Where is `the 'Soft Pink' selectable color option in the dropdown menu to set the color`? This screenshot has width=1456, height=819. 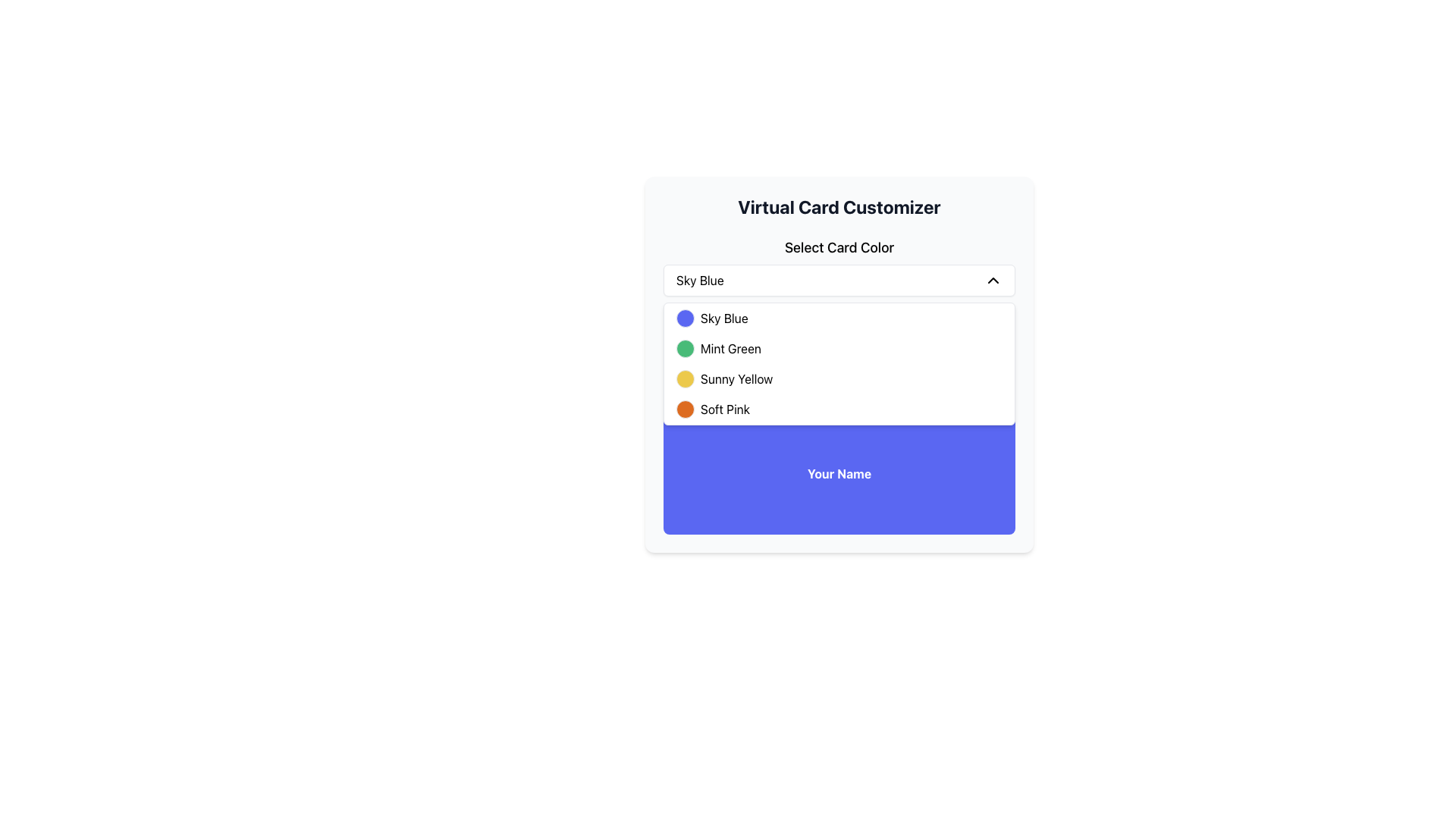
the 'Soft Pink' selectable color option in the dropdown menu to set the color is located at coordinates (724, 409).